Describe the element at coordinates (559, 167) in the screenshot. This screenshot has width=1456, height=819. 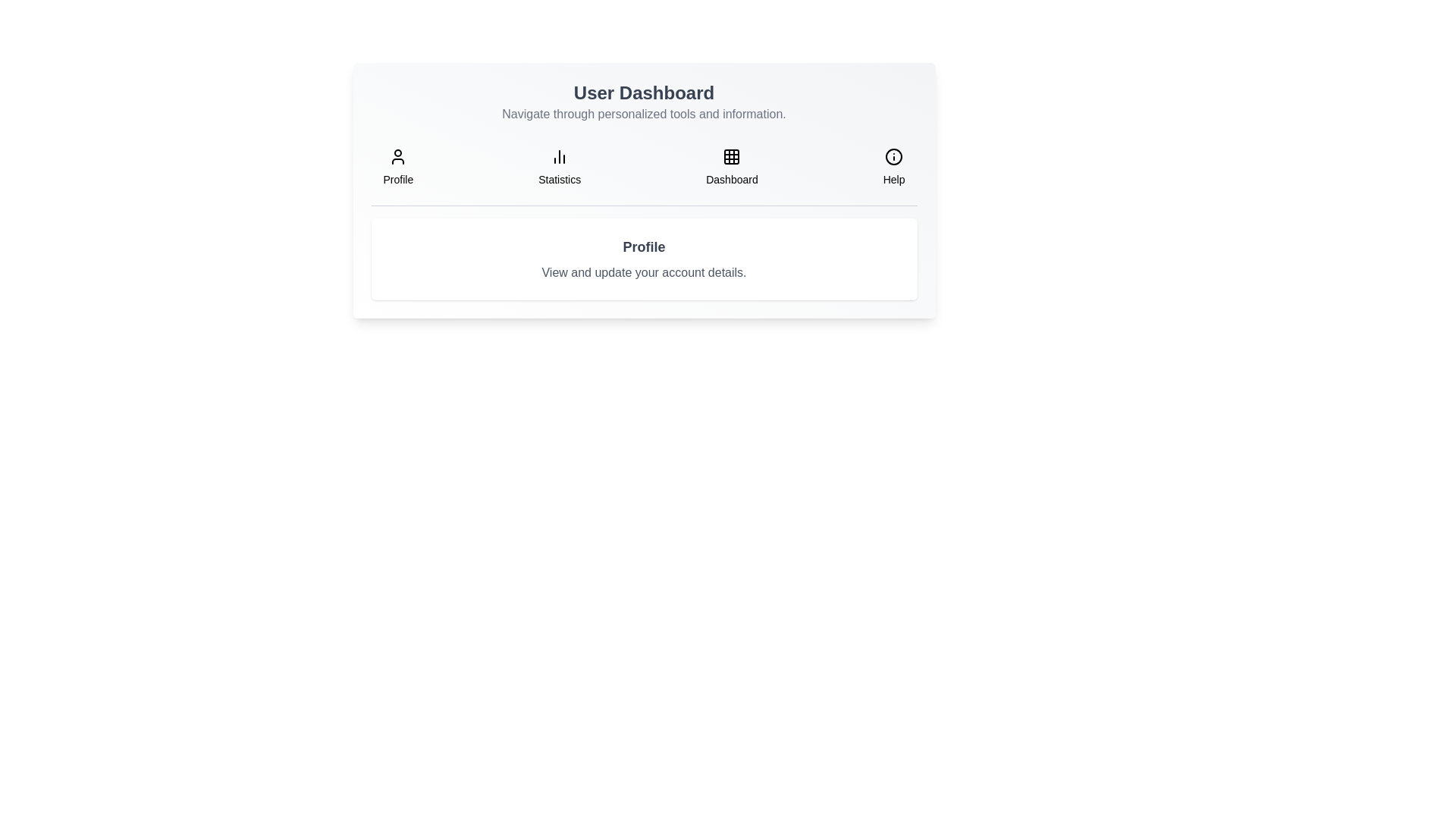
I see `the tab labeled Statistics to navigate to its content` at that location.